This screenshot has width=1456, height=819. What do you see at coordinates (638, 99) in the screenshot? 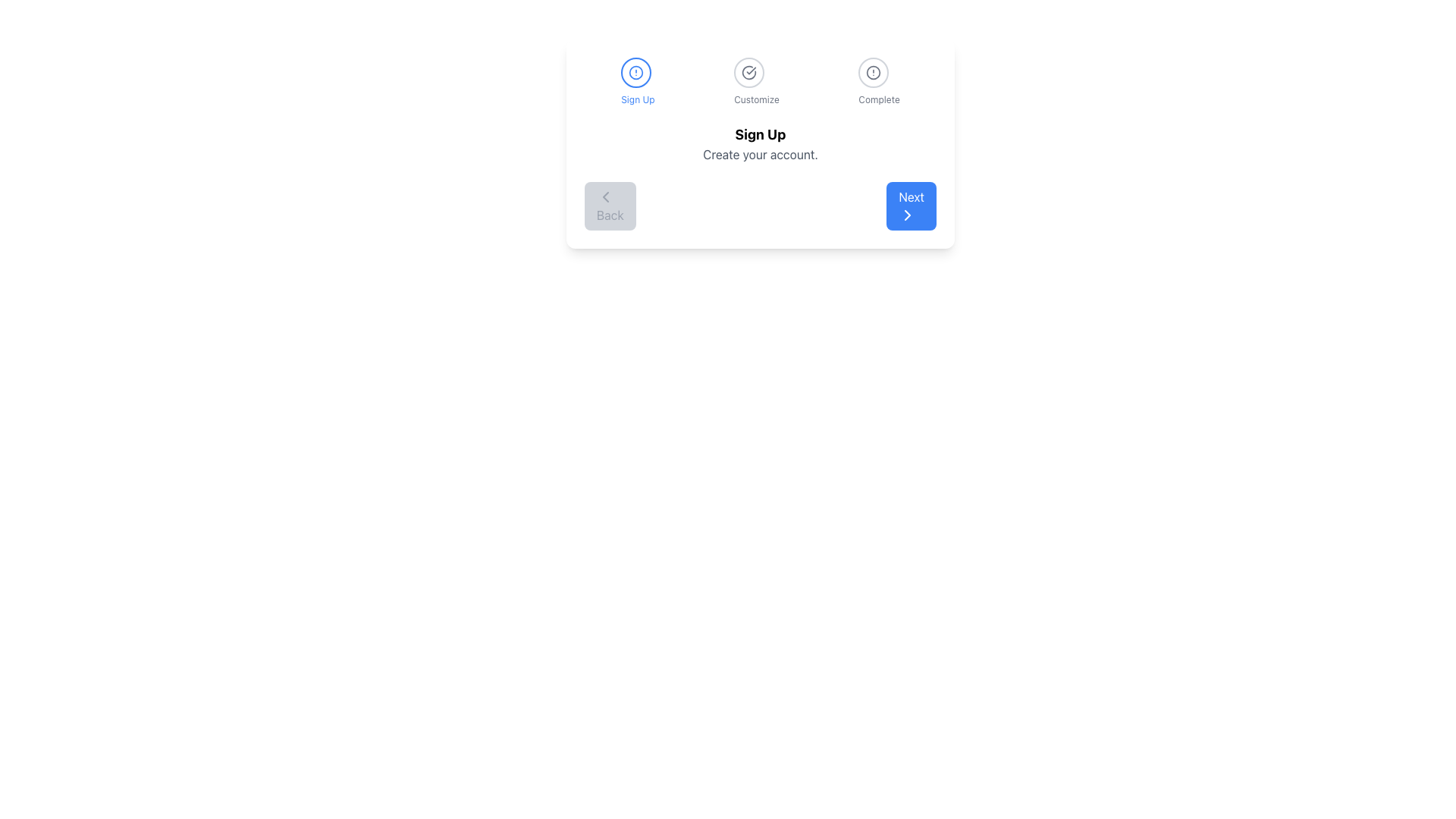
I see `the text label that serves as the title for the first step in a multi-step process, located beneath the circular icon with an 'i' symbol` at bounding box center [638, 99].